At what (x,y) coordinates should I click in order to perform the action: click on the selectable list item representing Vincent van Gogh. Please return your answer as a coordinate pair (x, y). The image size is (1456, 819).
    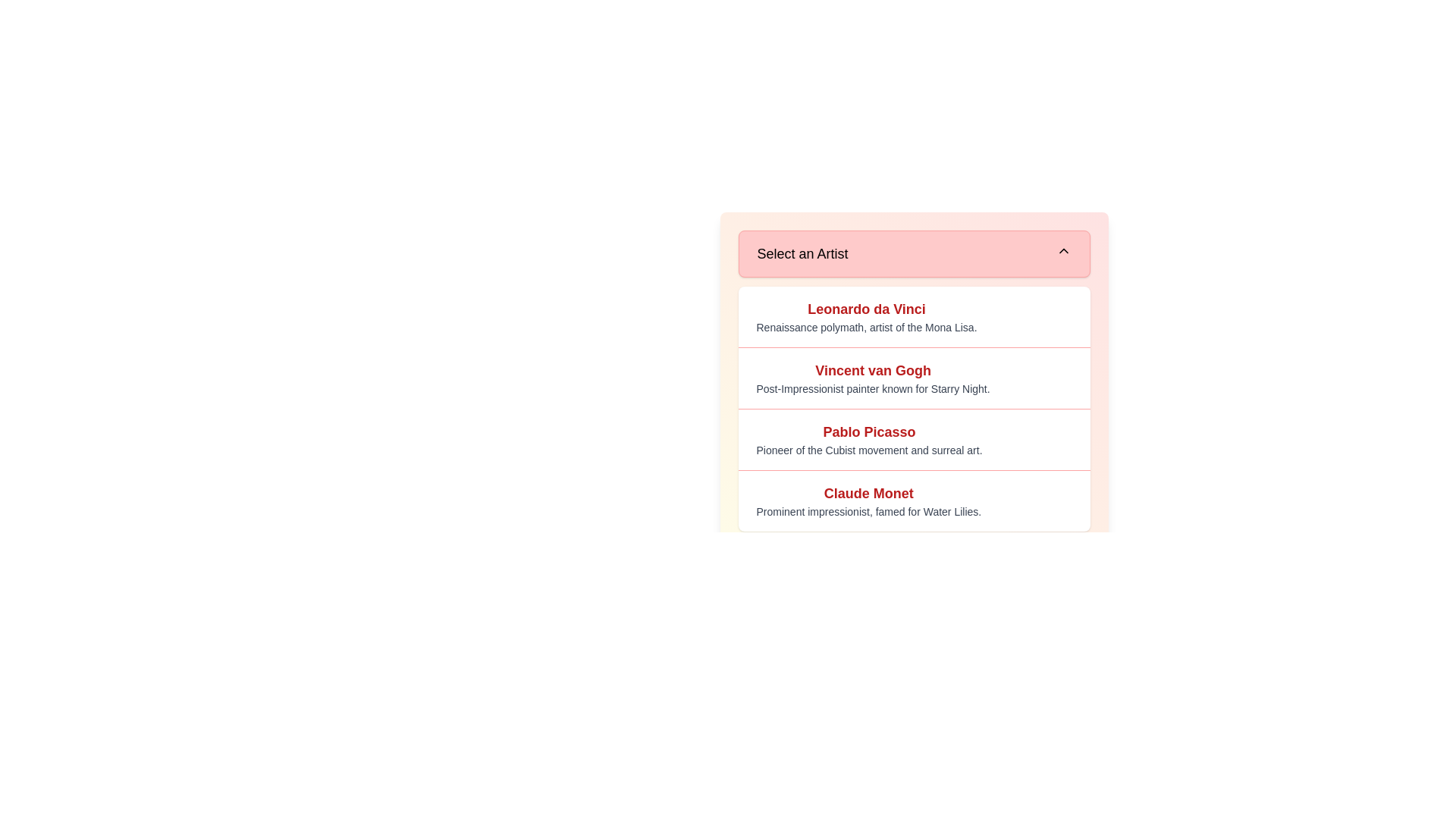
    Looking at the image, I should click on (873, 377).